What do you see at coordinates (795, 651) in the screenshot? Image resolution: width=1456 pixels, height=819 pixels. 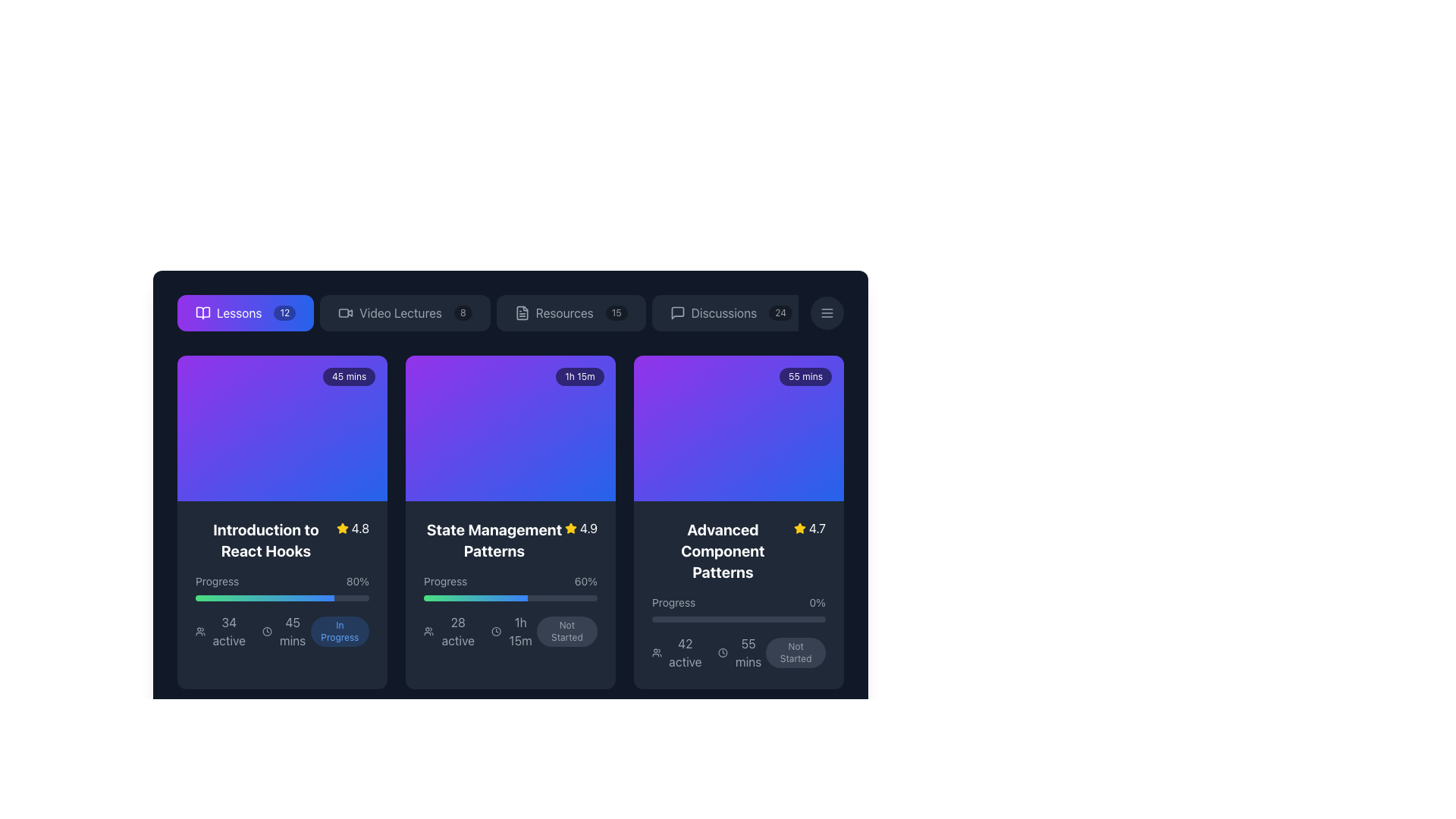 I see `the rounded rectangular label displaying 'Not Started' which is styled as a status indicator in small gray font on a dark gray background, located at the bottom-right corner of the 'Advanced Component Patterns' section` at bounding box center [795, 651].